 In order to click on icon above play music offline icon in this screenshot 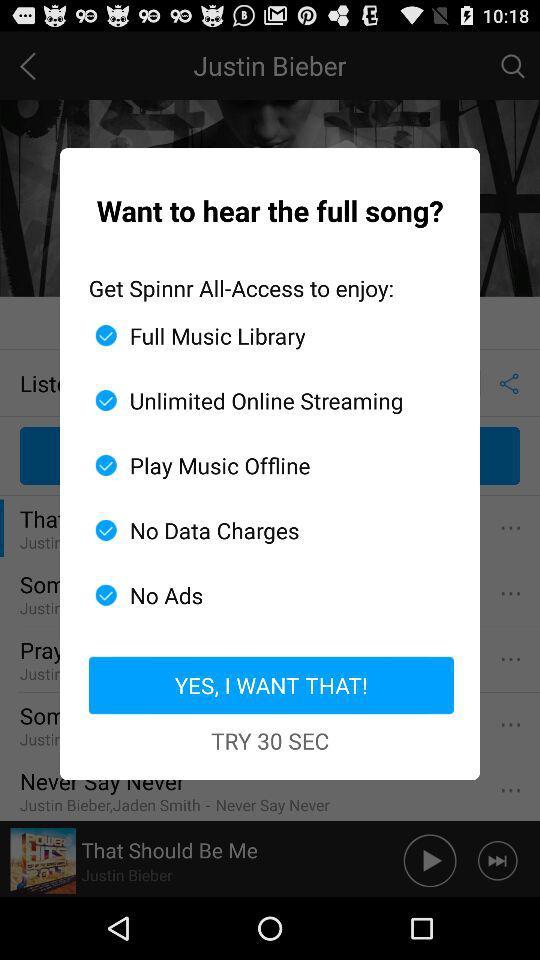, I will do `click(262, 399)`.